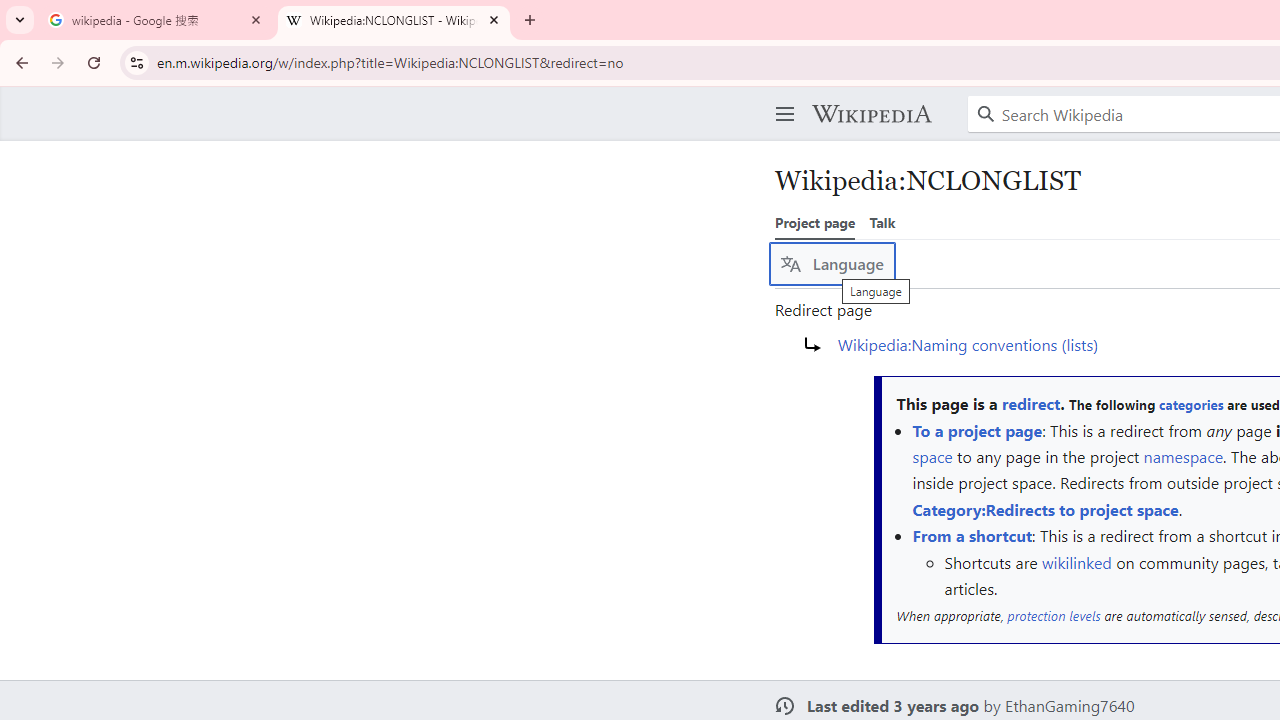  What do you see at coordinates (968, 342) in the screenshot?
I see `'Wikipedia:Naming conventions (lists)'` at bounding box center [968, 342].